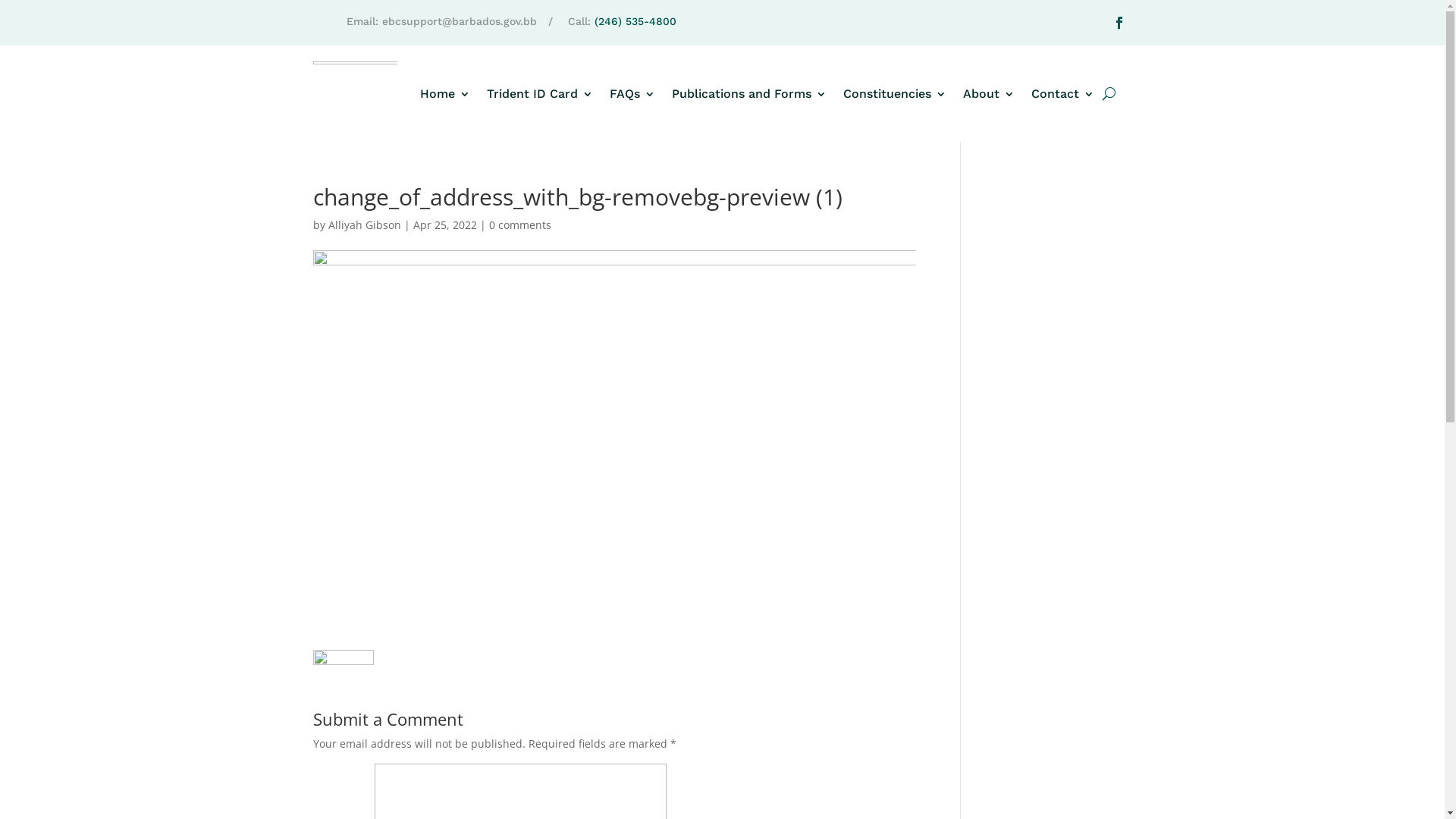  What do you see at coordinates (989, 93) in the screenshot?
I see `'About'` at bounding box center [989, 93].